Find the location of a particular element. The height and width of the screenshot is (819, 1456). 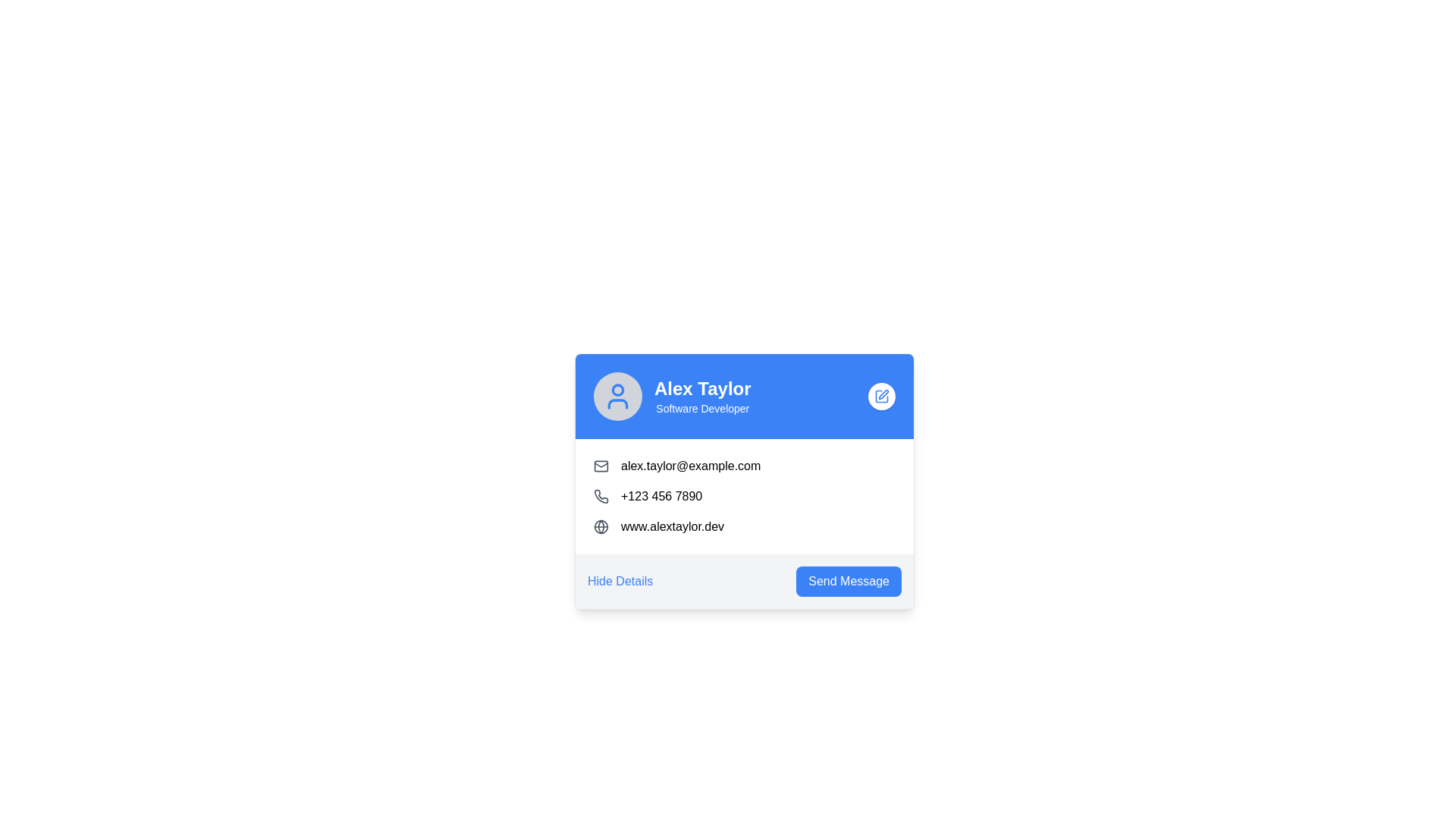

the edit button located at the top-right corner inside the blue header section of the card is located at coordinates (881, 396).